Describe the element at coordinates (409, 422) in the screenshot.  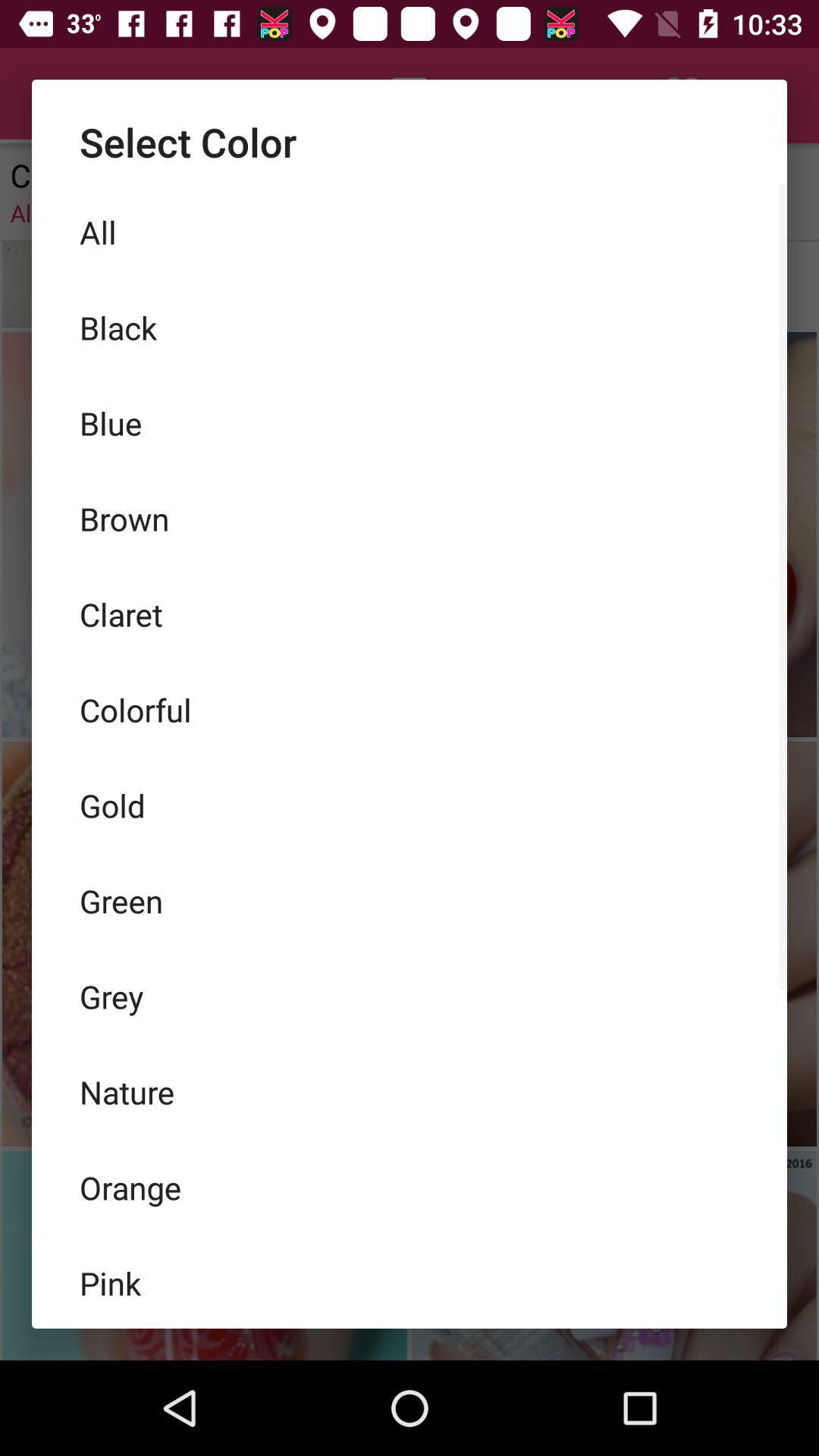
I see `item above the brown item` at that location.